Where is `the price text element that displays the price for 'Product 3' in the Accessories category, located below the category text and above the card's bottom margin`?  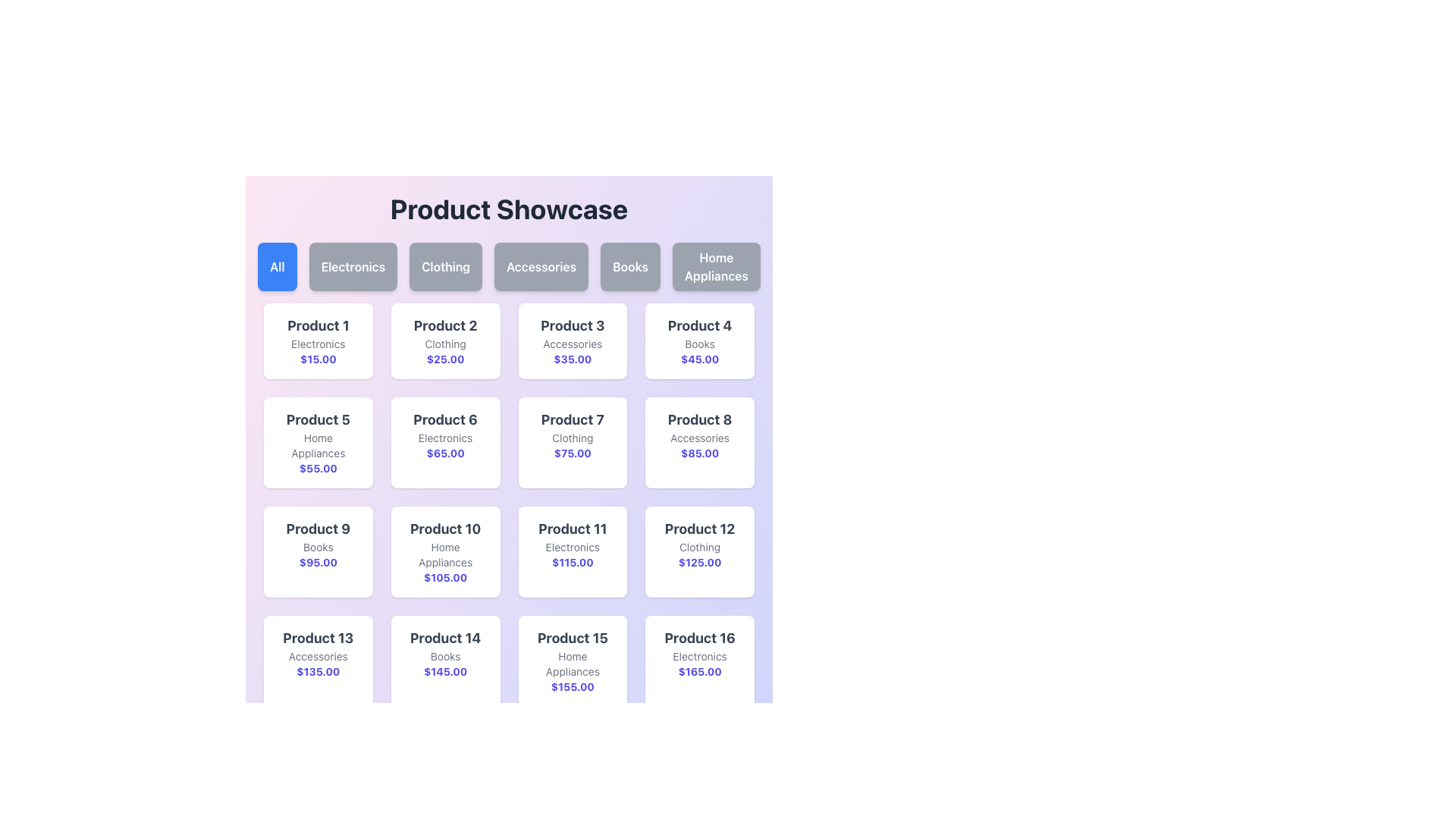 the price text element that displays the price for 'Product 3' in the Accessories category, located below the category text and above the card's bottom margin is located at coordinates (572, 359).